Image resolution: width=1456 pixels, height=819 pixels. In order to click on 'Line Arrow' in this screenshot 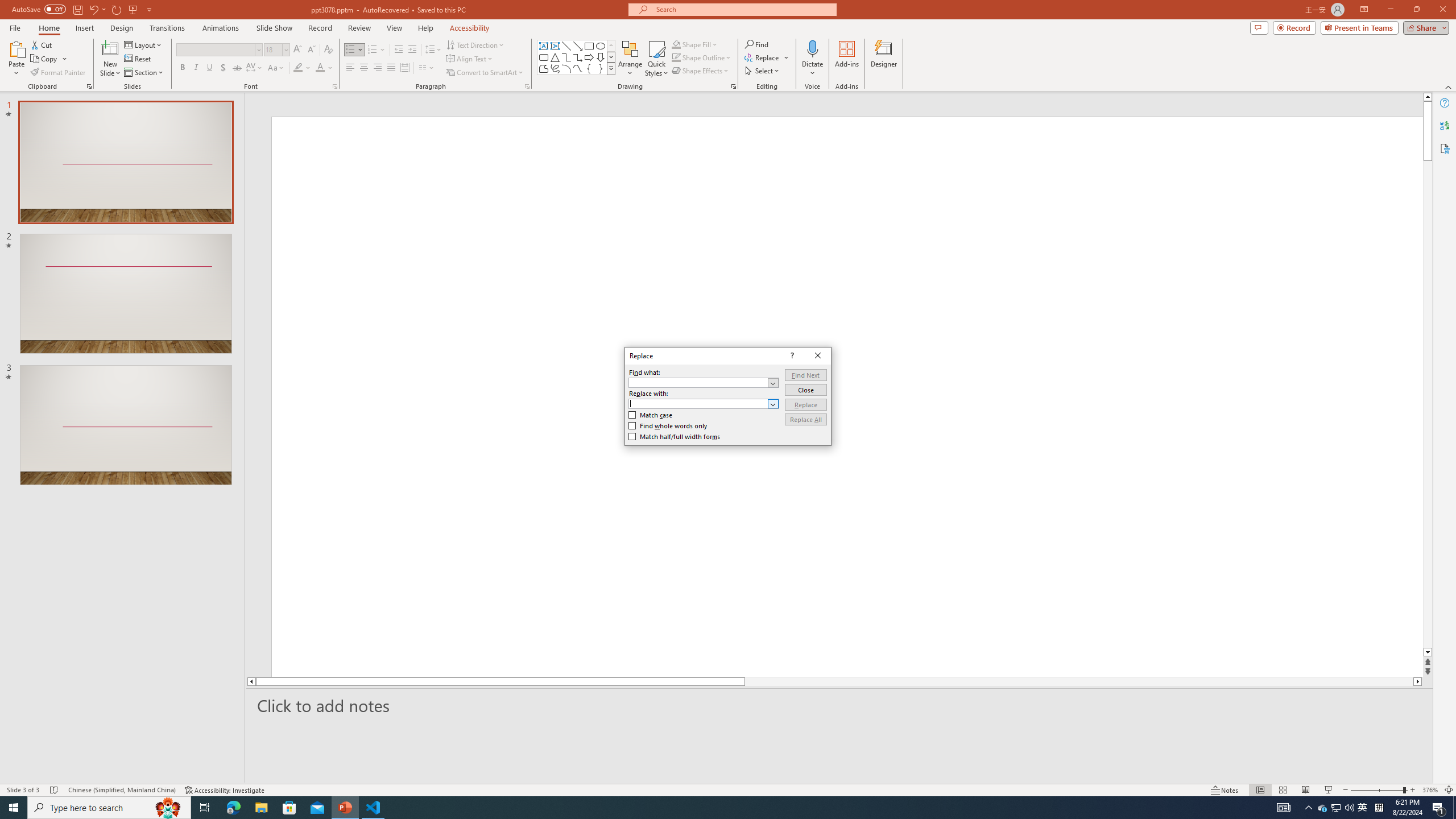, I will do `click(577, 45)`.